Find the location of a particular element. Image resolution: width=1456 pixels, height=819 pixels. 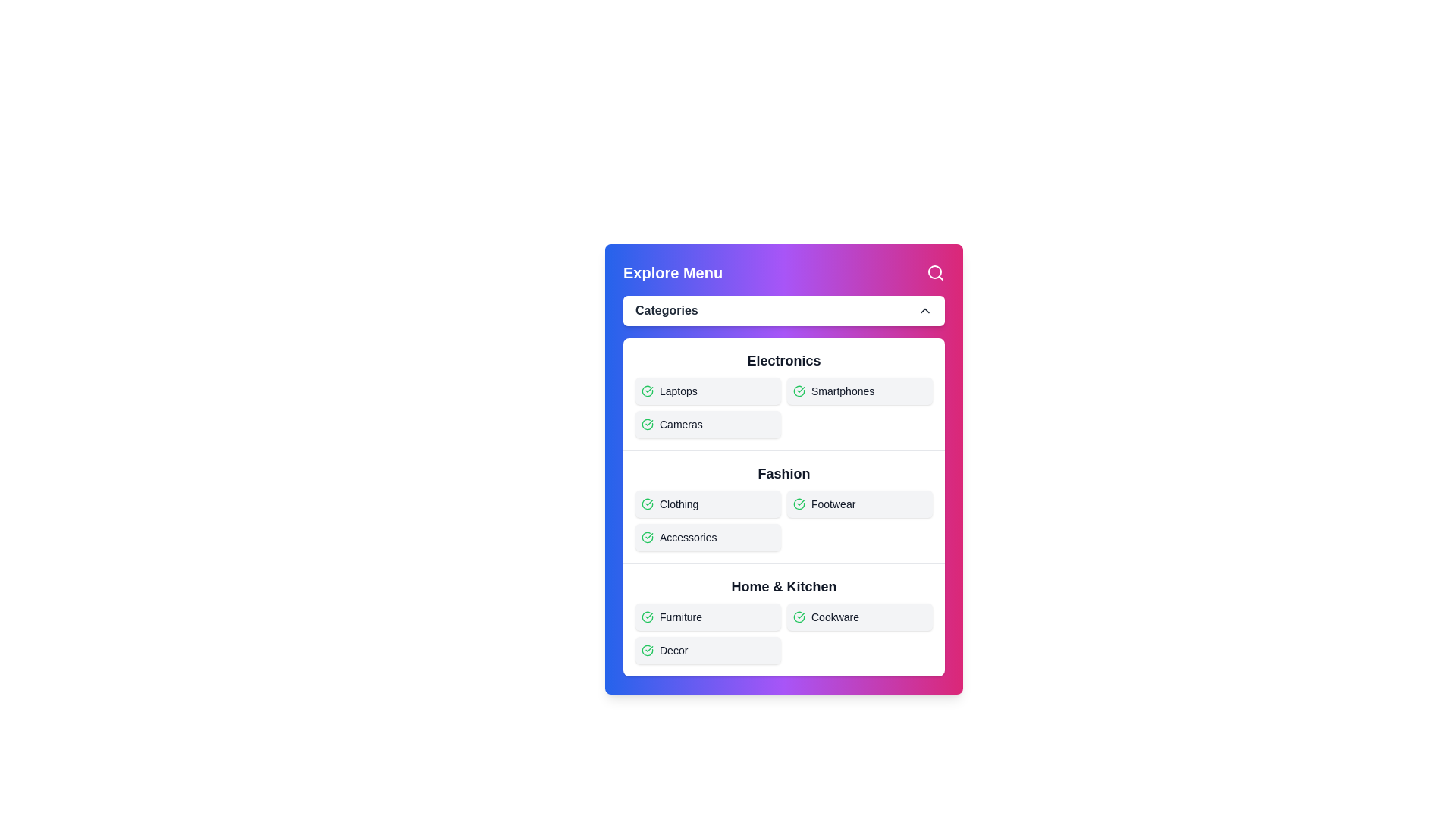

the 'Accessories' category button in the 'Fashion' section of the 'Explore Menu' is located at coordinates (708, 537).